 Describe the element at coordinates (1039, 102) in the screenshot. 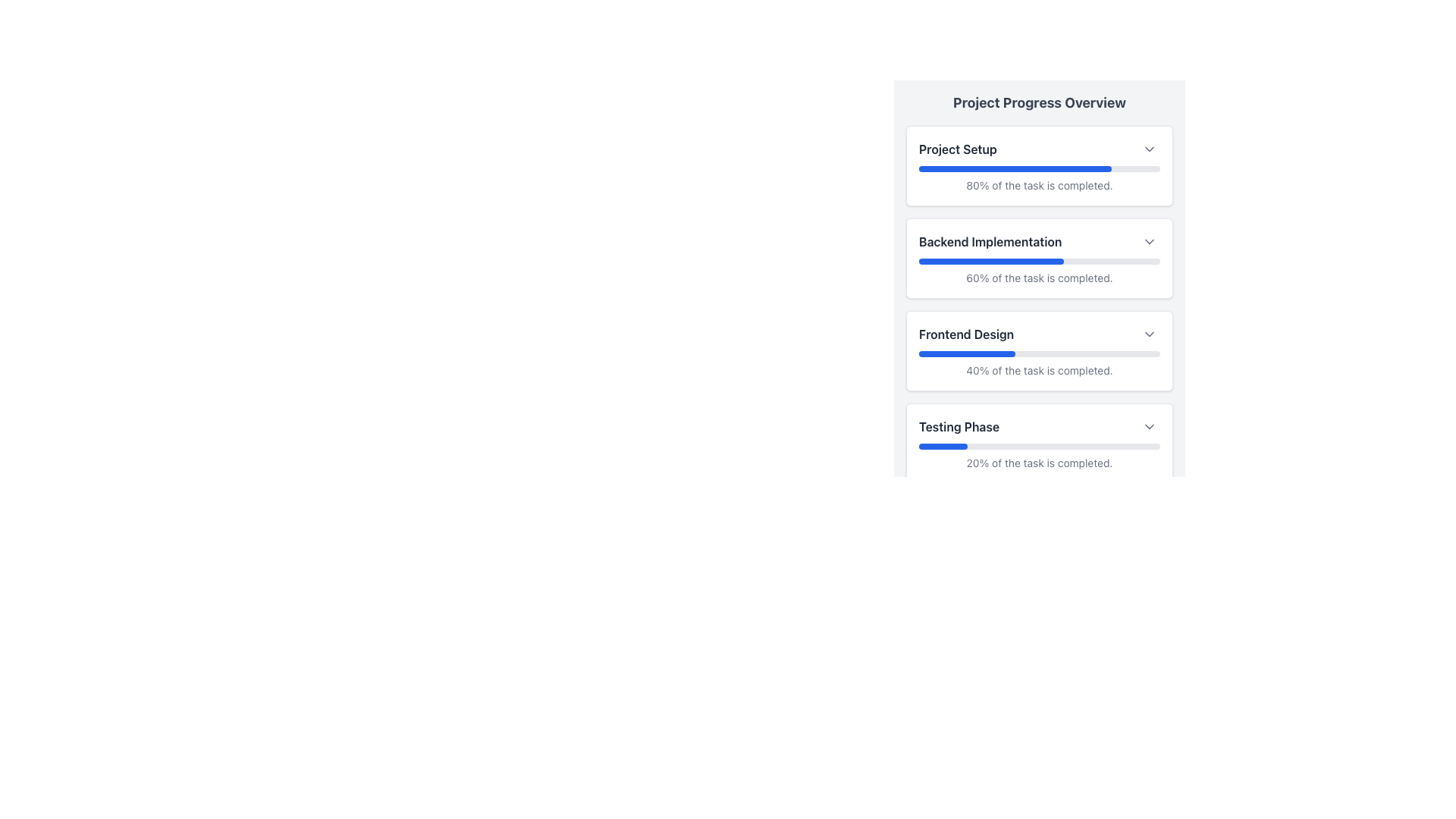

I see `bold text header that says 'Project Progress Overview', which is centrally positioned at the top of the panel displaying progress-related details` at that location.